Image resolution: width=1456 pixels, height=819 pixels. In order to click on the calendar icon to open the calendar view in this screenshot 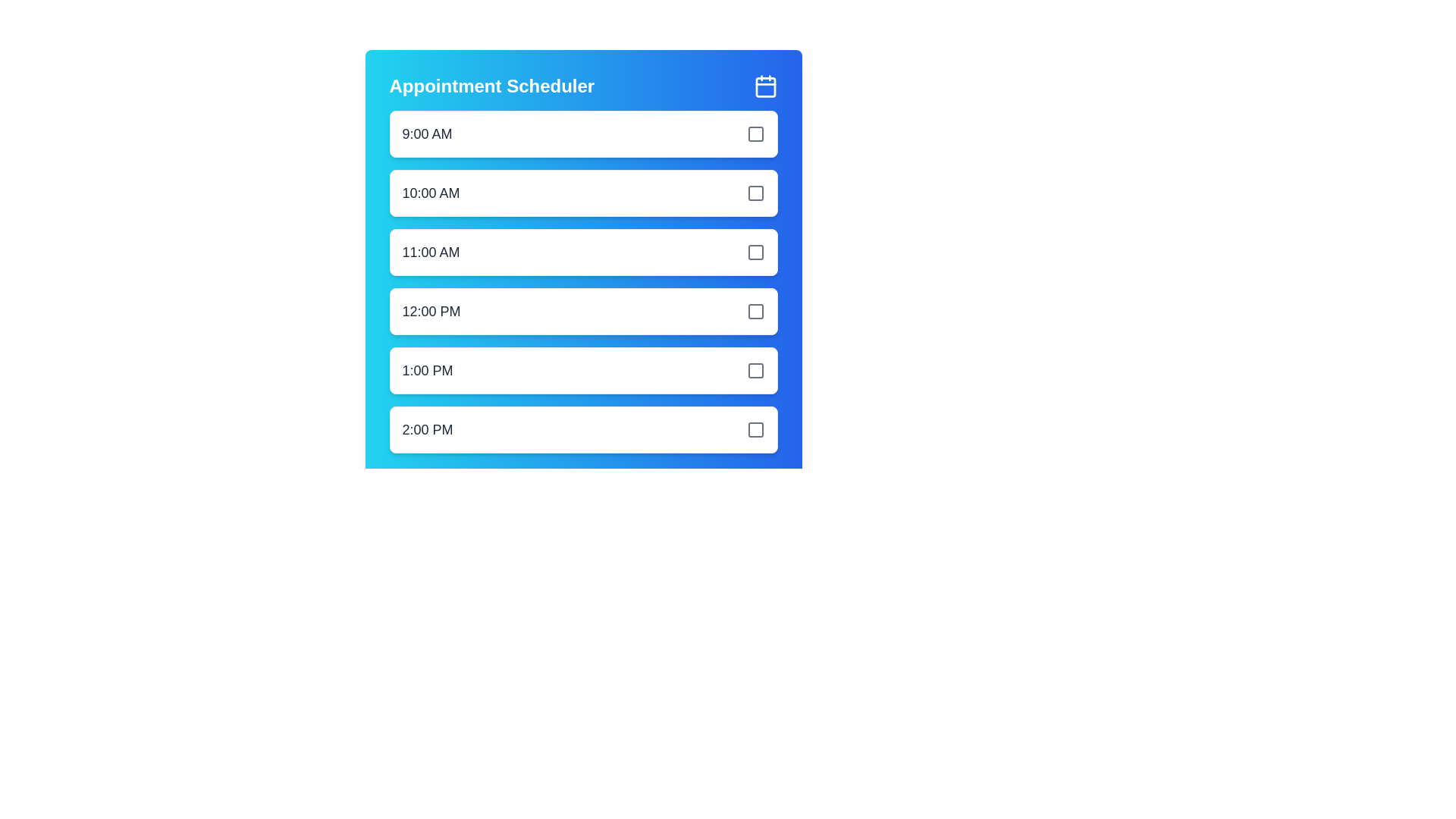, I will do `click(765, 86)`.